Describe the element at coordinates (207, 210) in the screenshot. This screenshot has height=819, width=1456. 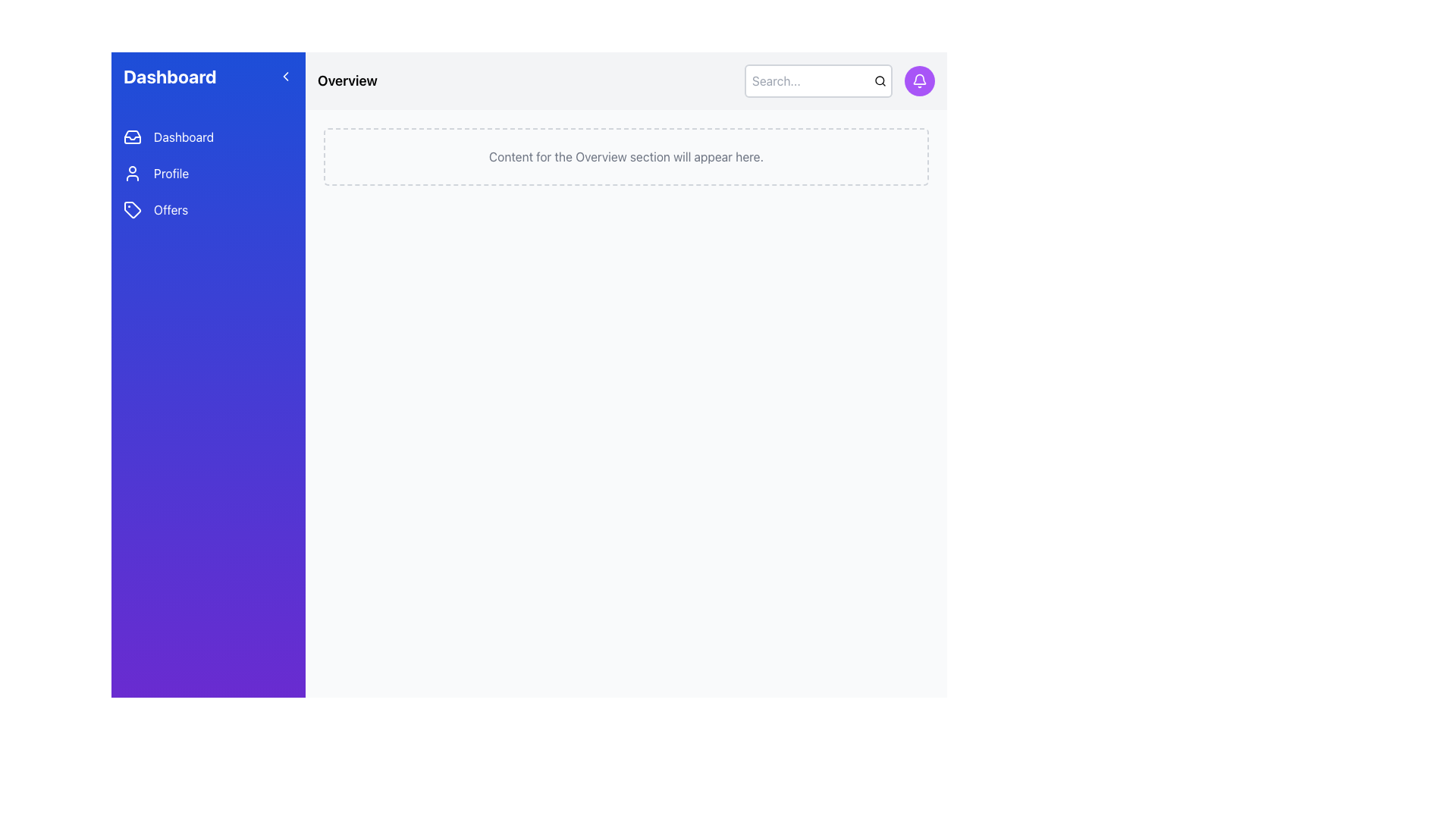
I see `the third button in the stacked navigation menu on the left sidebar` at that location.